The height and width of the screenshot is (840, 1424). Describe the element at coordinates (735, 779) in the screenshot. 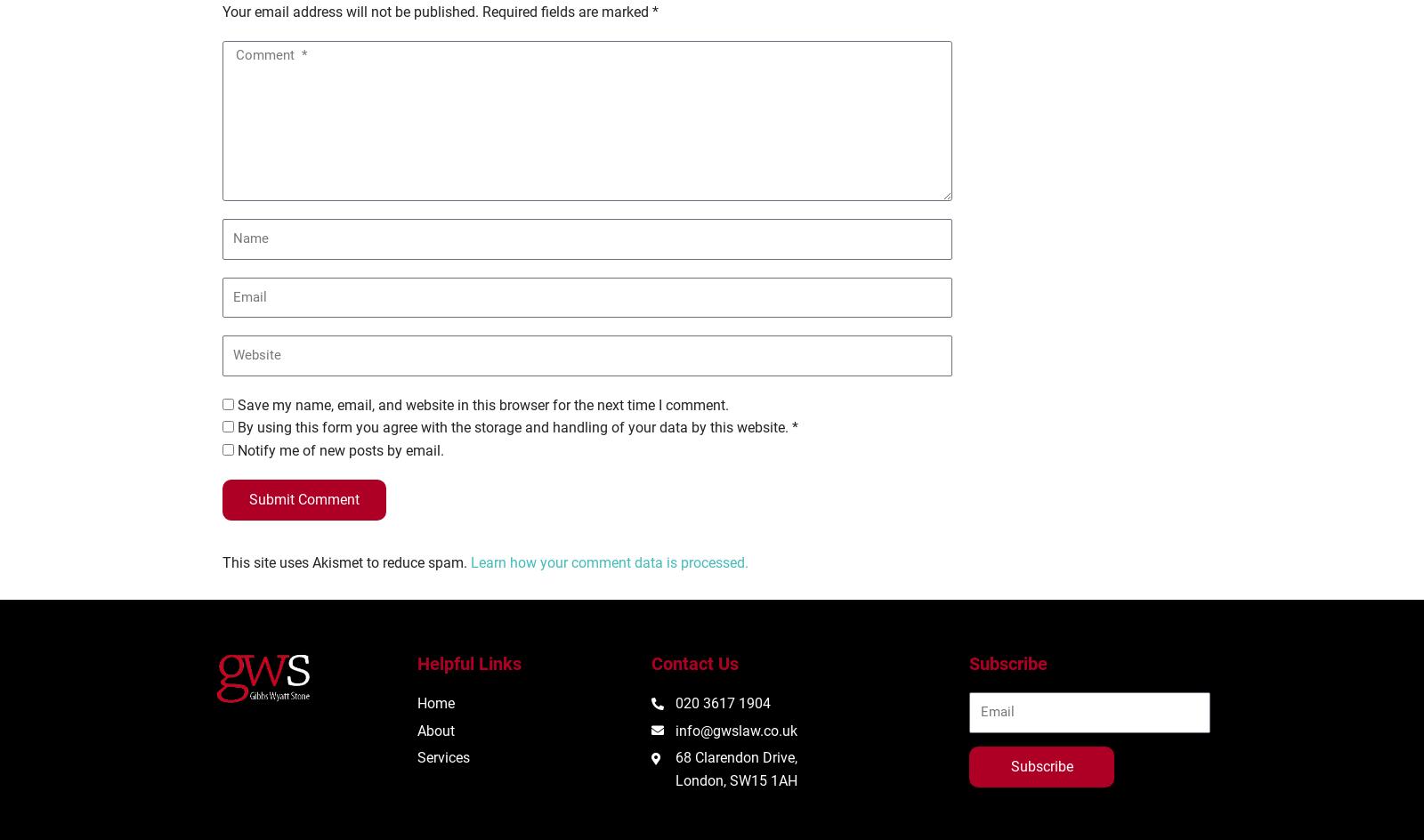

I see `'London, SW15 1AH'` at that location.